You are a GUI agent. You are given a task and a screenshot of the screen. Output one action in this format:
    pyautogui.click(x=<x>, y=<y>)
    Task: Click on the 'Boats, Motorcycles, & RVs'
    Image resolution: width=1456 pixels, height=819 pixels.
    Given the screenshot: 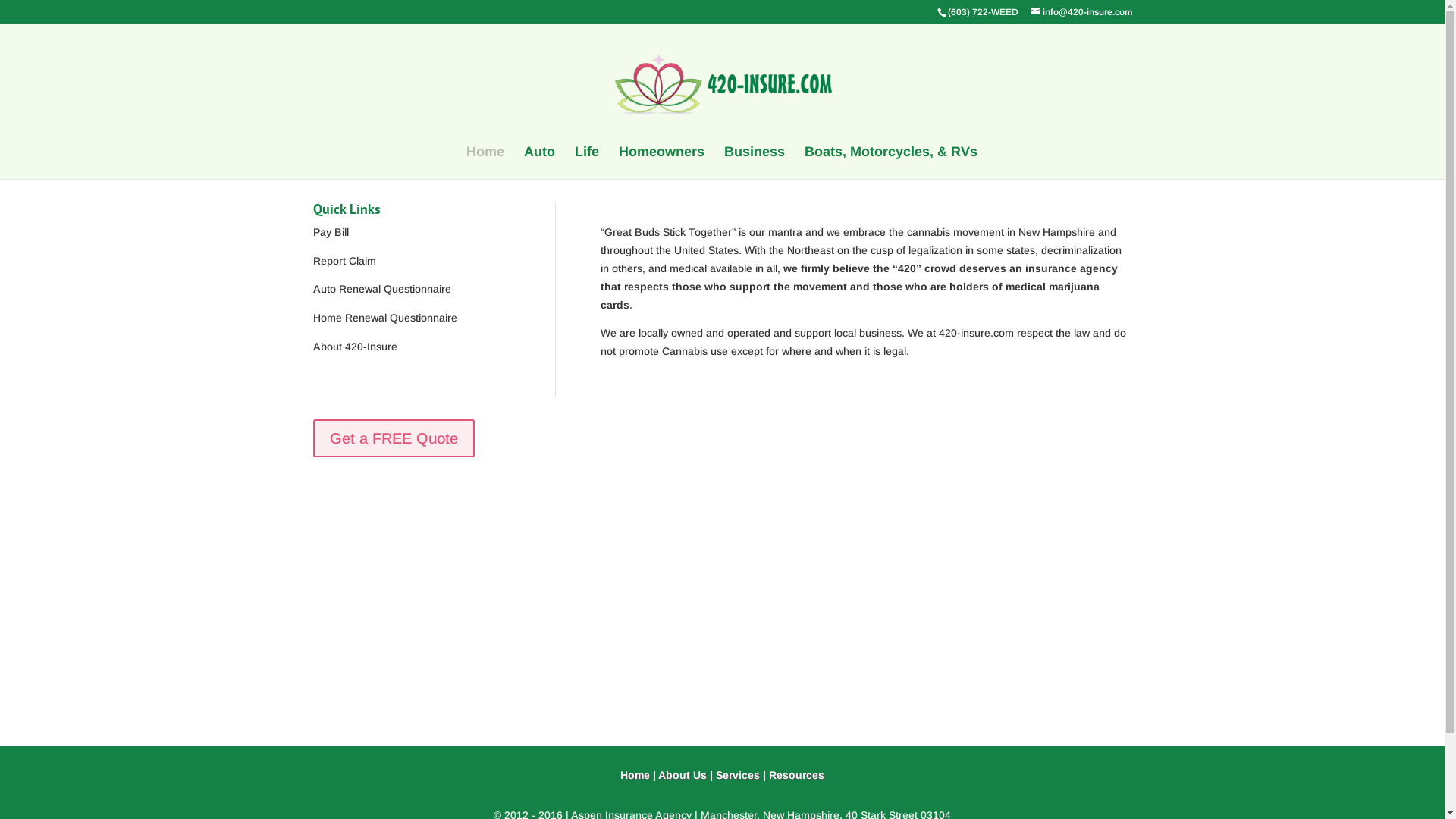 What is the action you would take?
    pyautogui.click(x=803, y=162)
    